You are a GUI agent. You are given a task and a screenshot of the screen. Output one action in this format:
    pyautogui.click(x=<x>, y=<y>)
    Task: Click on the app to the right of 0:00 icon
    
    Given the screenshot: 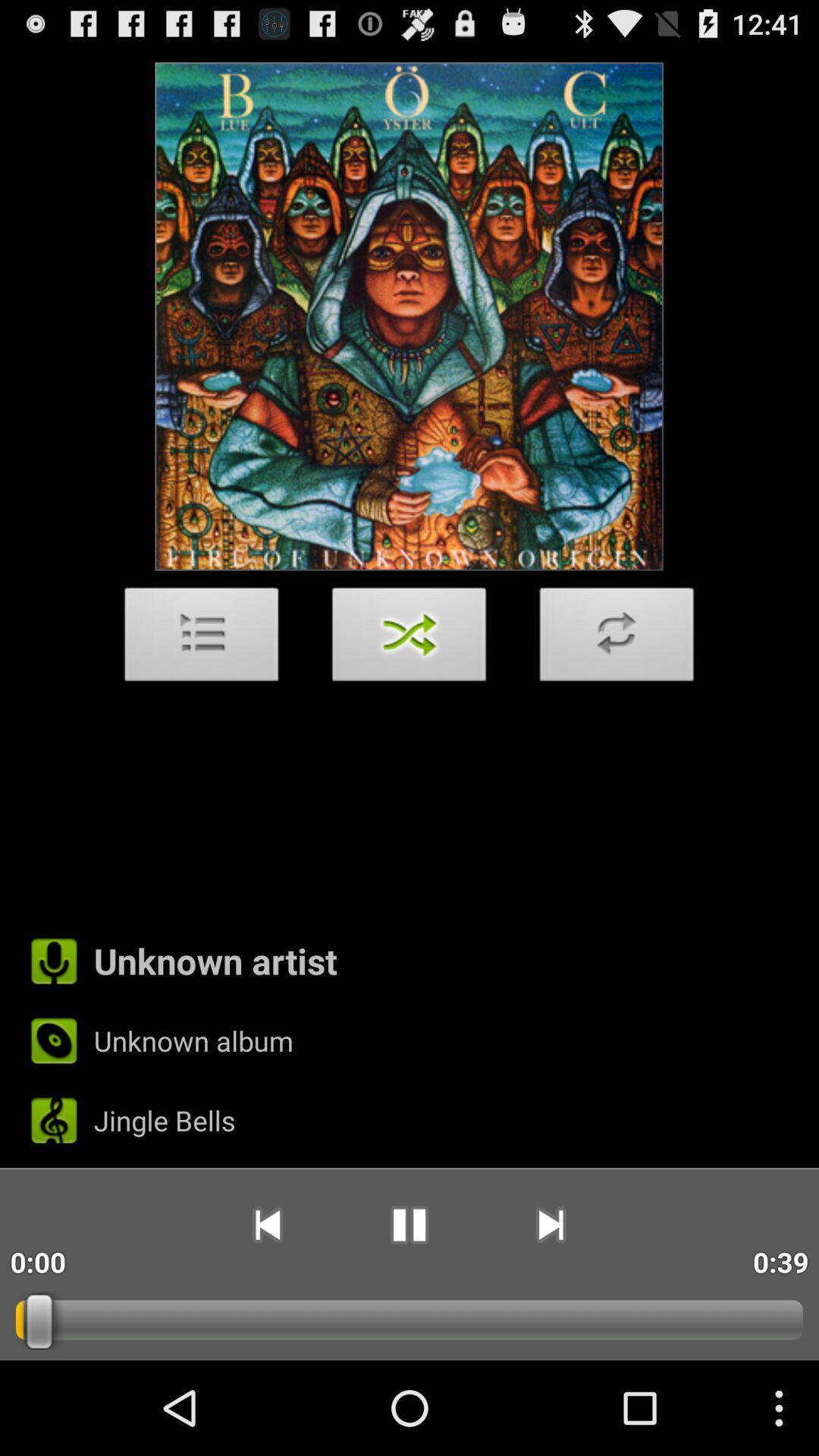 What is the action you would take?
    pyautogui.click(x=266, y=1225)
    